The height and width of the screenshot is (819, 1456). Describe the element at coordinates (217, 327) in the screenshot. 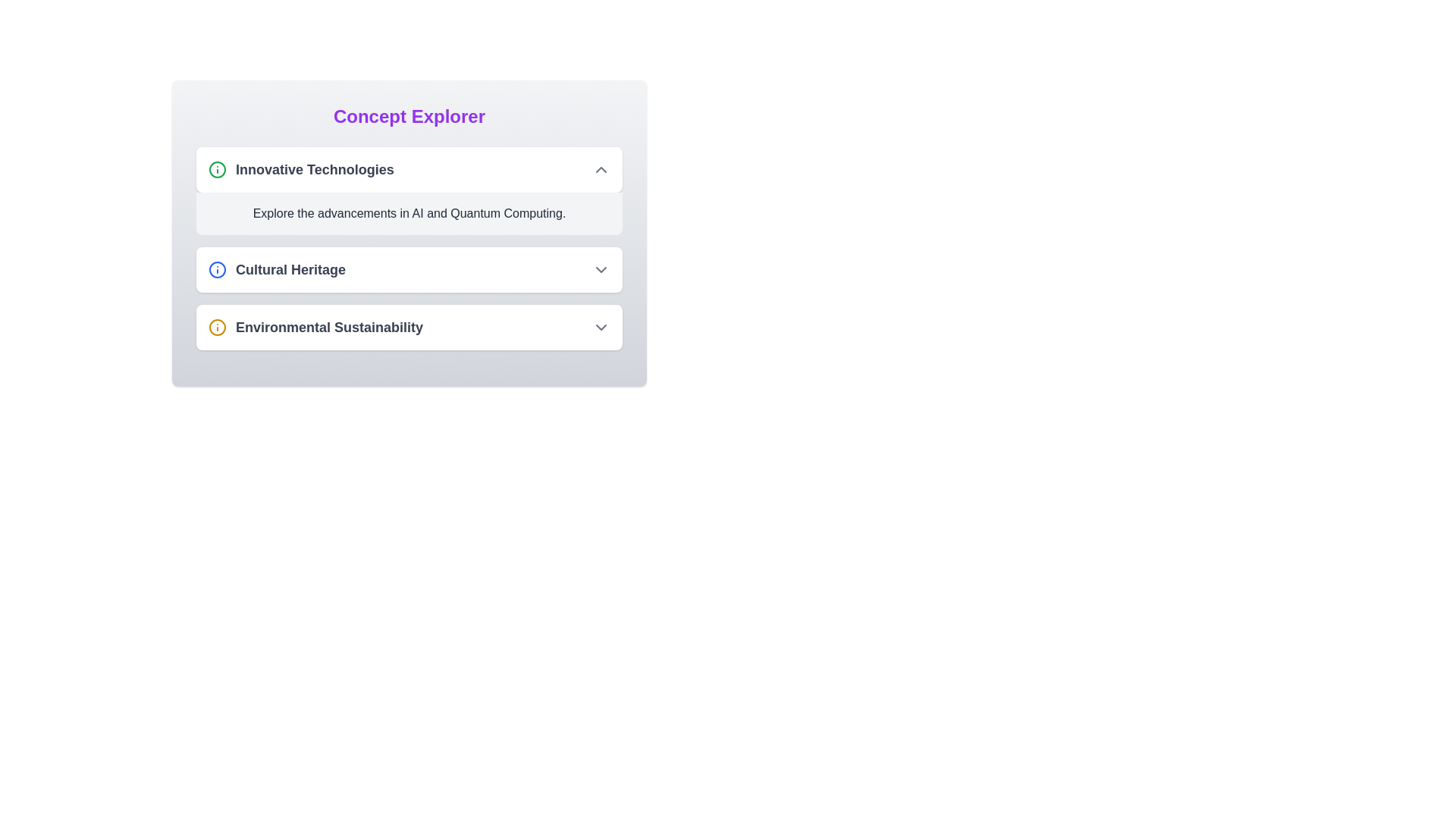

I see `the circular shape graphic component within the SVG icon that precedes the text 'Environmental Sustainability'` at that location.